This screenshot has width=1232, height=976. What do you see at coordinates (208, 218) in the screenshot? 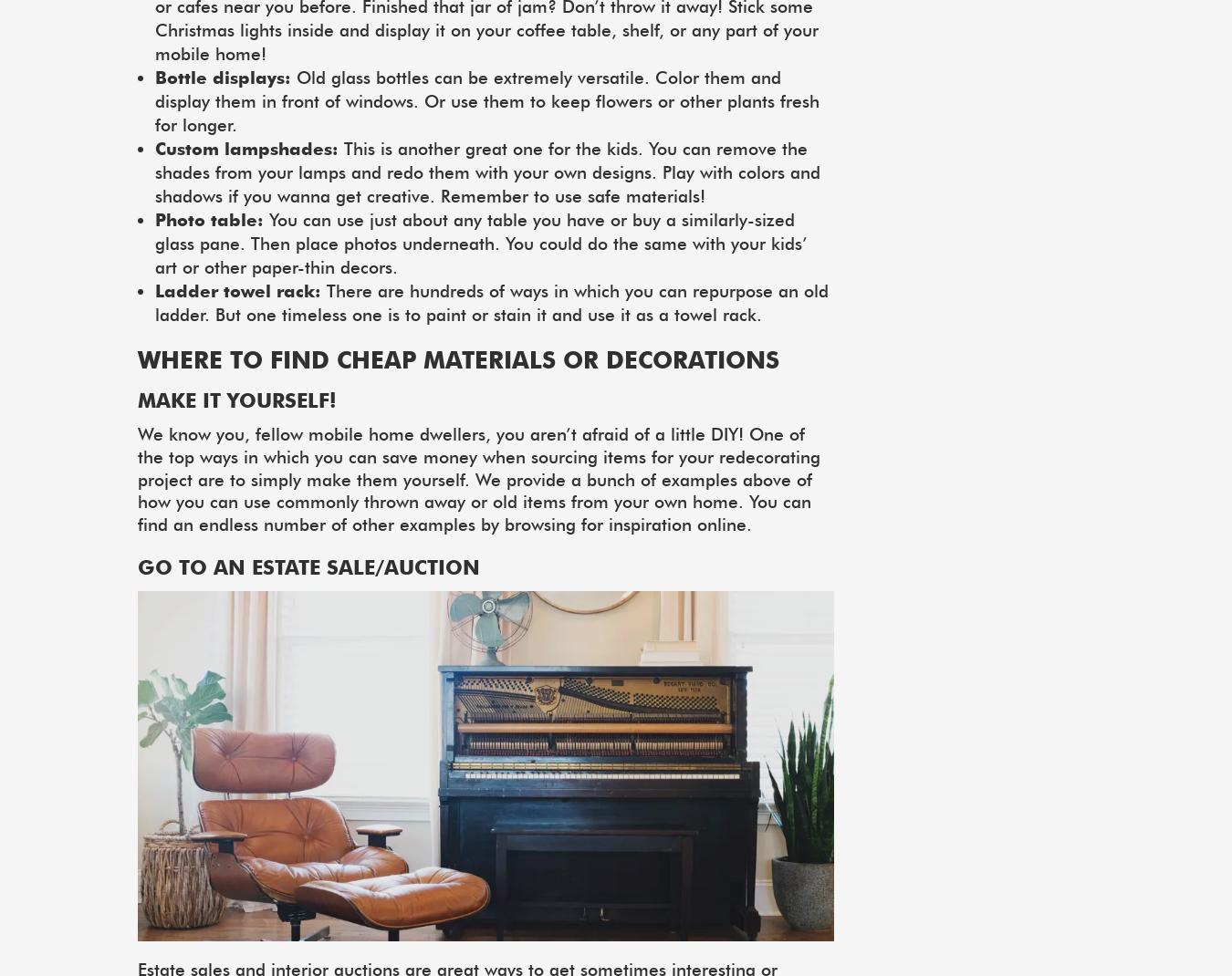
I see `'Photo table:'` at bounding box center [208, 218].